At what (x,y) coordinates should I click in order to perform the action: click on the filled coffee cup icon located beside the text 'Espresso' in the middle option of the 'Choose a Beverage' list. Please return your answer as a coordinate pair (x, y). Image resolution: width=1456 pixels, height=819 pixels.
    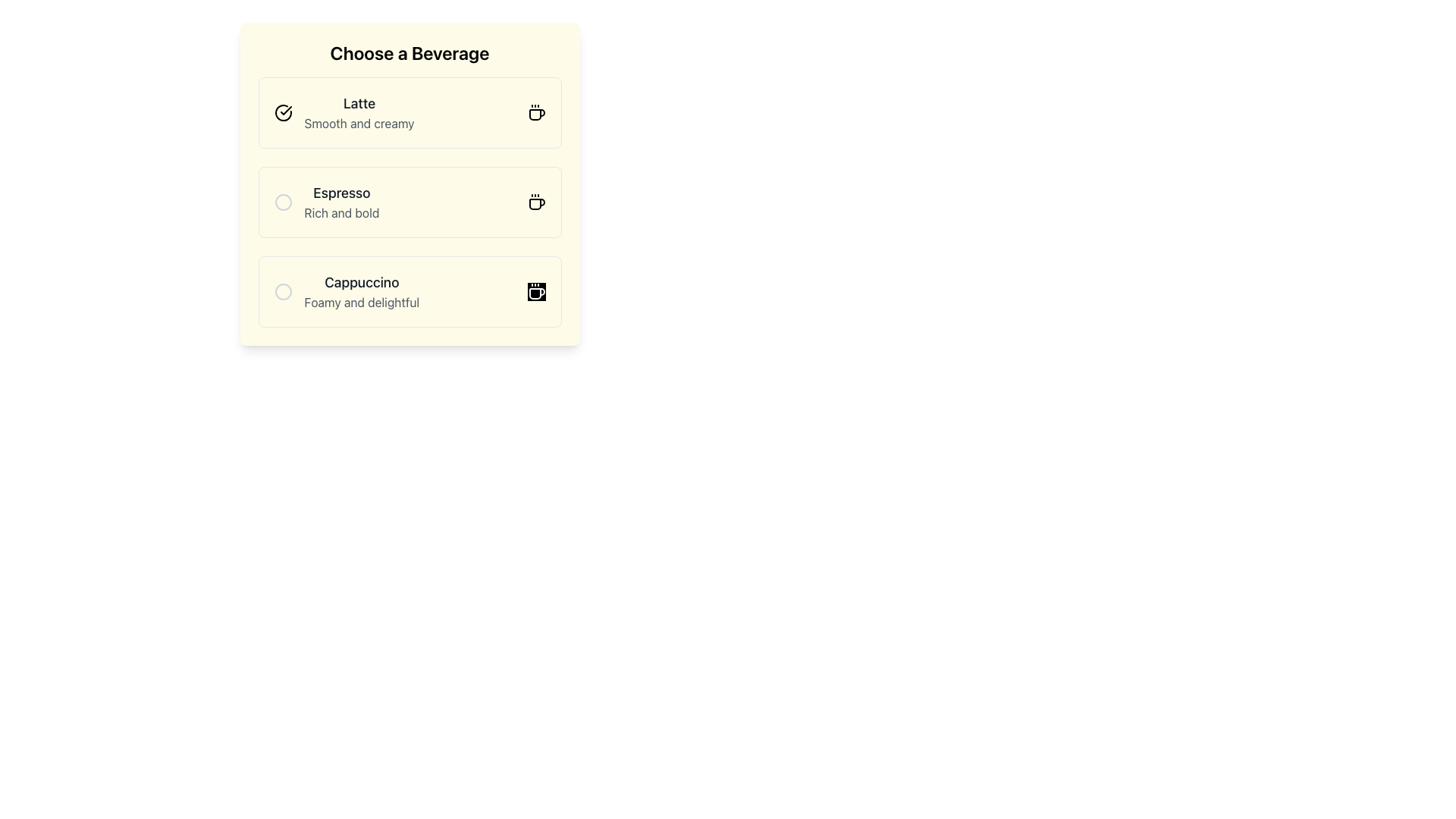
    Looking at the image, I should click on (537, 203).